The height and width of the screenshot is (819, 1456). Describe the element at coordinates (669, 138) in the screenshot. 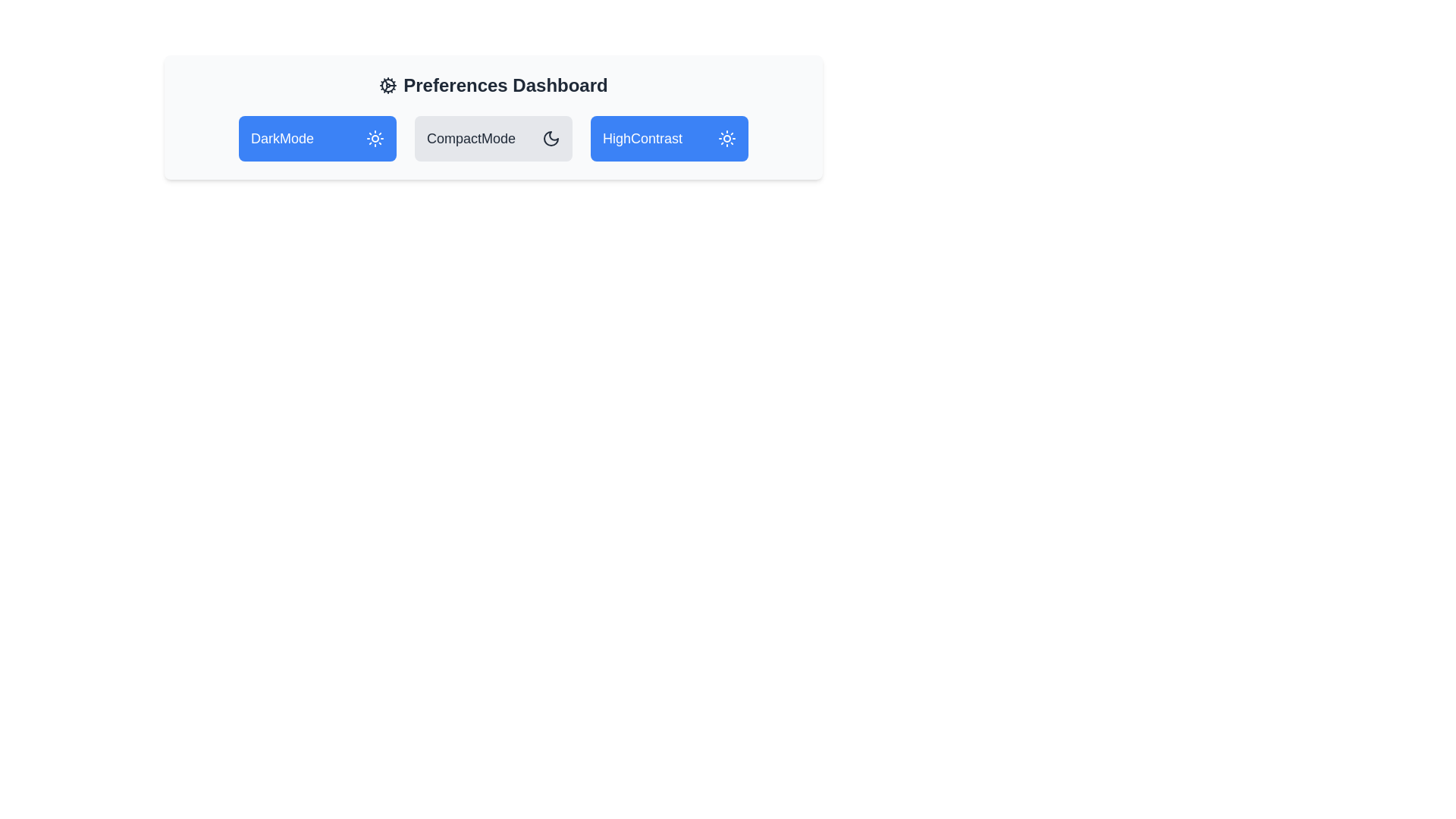

I see `the preference option HighContrast to observe its hover effect` at that location.